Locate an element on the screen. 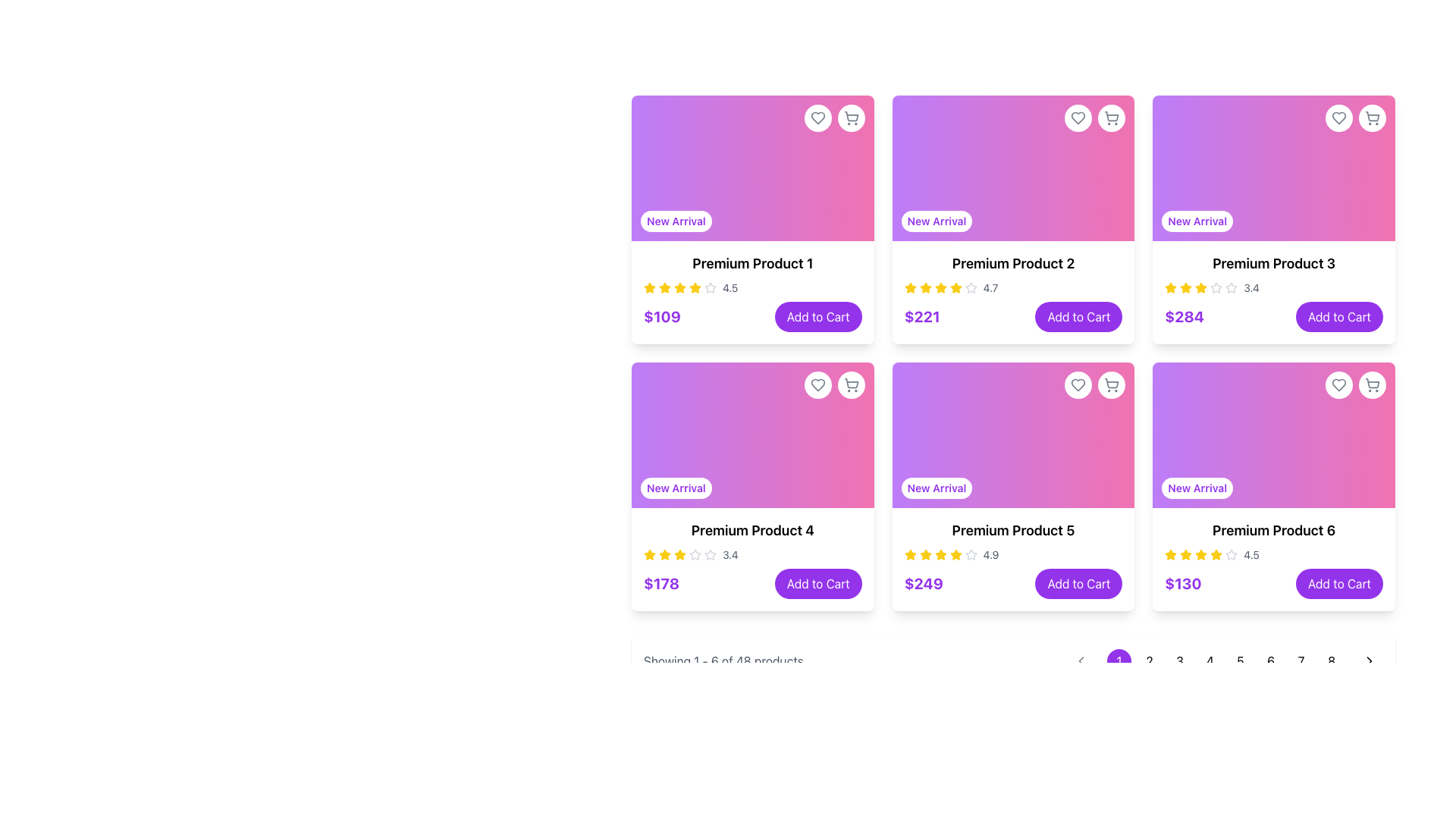 This screenshot has width=1456, height=819. the 'Add to Cart' button located in the fifth product card of the grid layout is located at coordinates (1078, 583).